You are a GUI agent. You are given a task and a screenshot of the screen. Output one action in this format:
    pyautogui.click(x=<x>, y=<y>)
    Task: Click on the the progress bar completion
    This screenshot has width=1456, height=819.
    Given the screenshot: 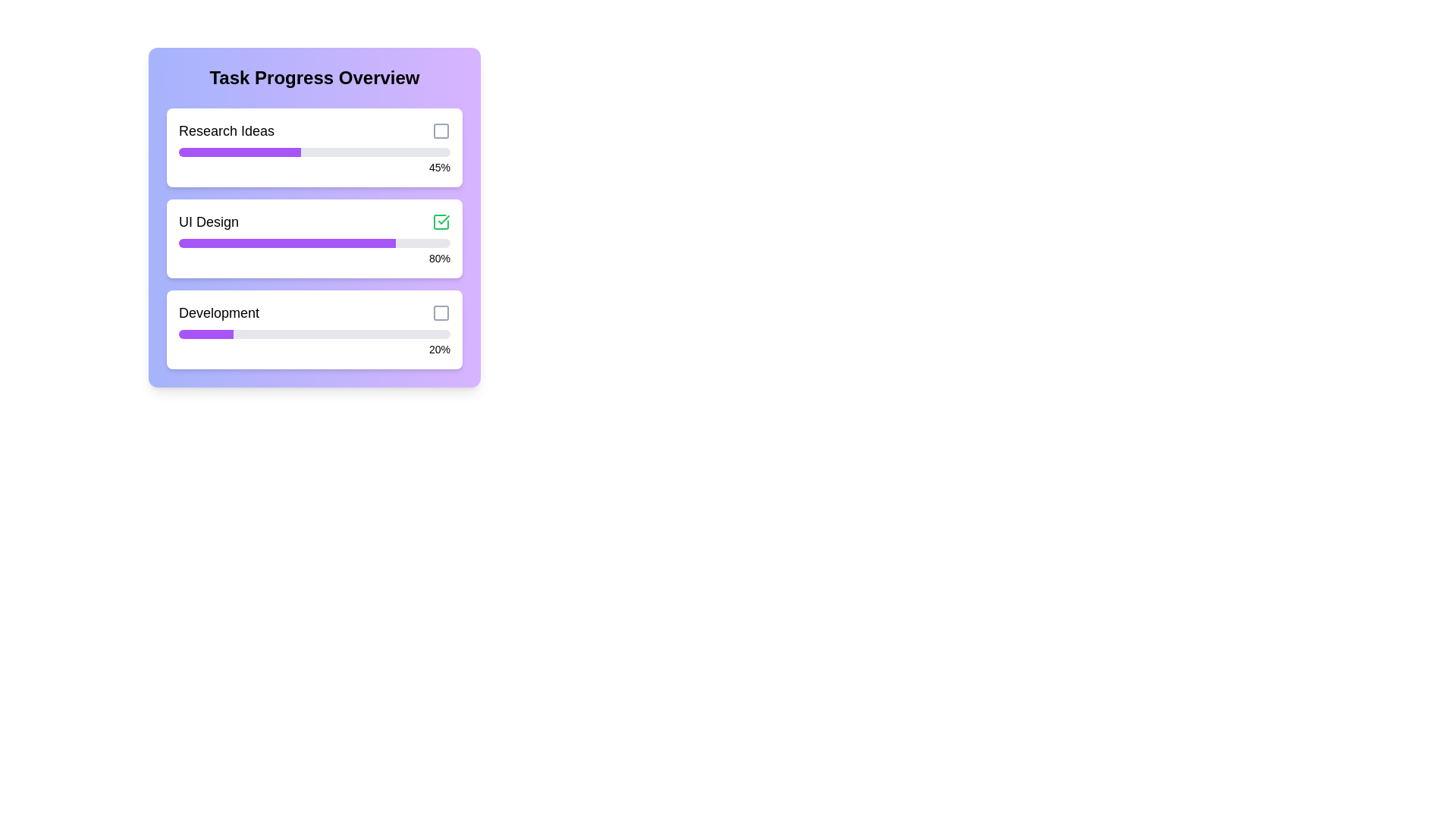 What is the action you would take?
    pyautogui.click(x=389, y=242)
    